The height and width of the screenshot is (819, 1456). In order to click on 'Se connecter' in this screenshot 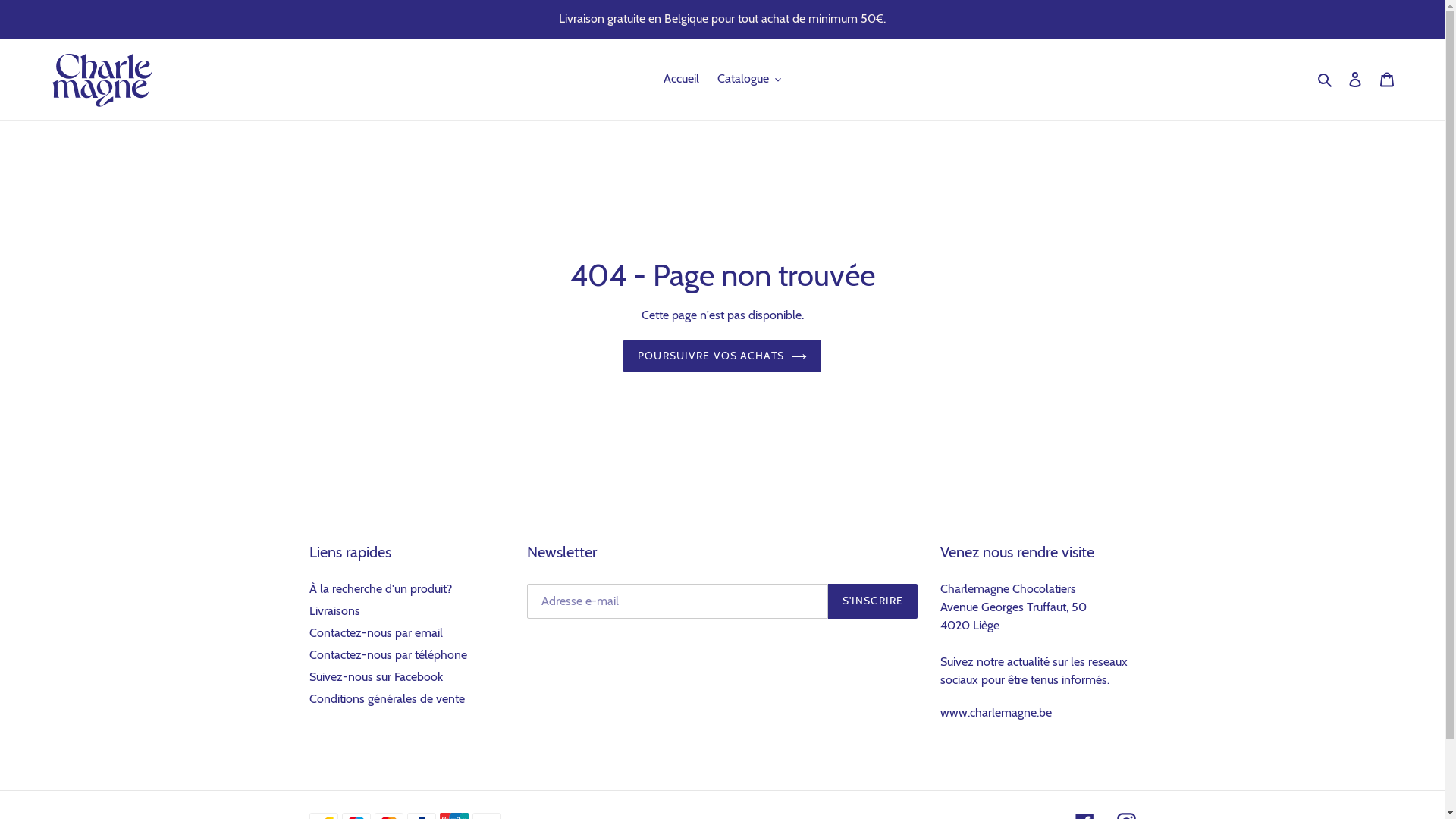, I will do `click(1354, 79)`.